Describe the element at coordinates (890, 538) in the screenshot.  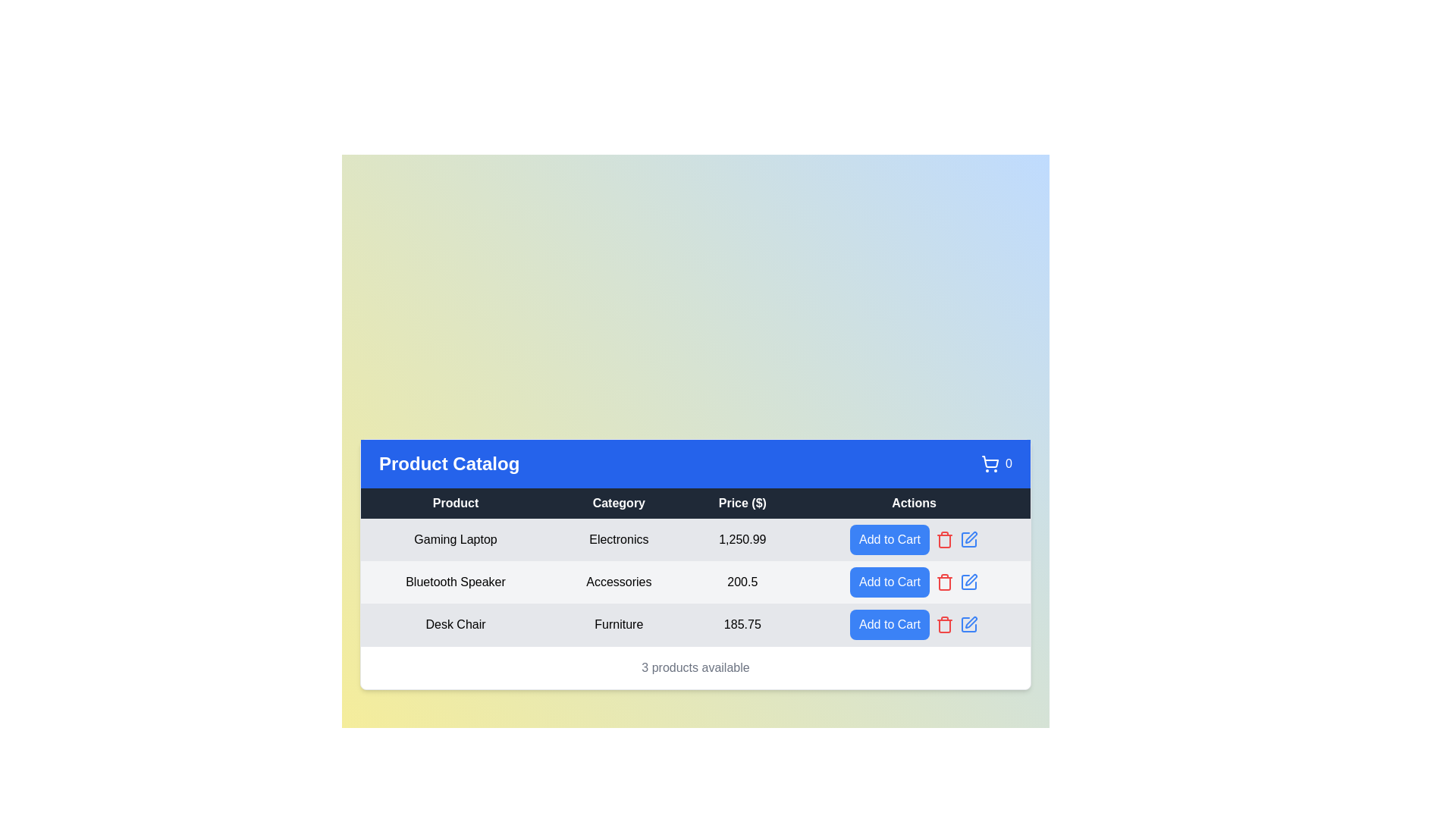
I see `the 'Add to Cart' button for the 'Gaming Laptop'` at that location.